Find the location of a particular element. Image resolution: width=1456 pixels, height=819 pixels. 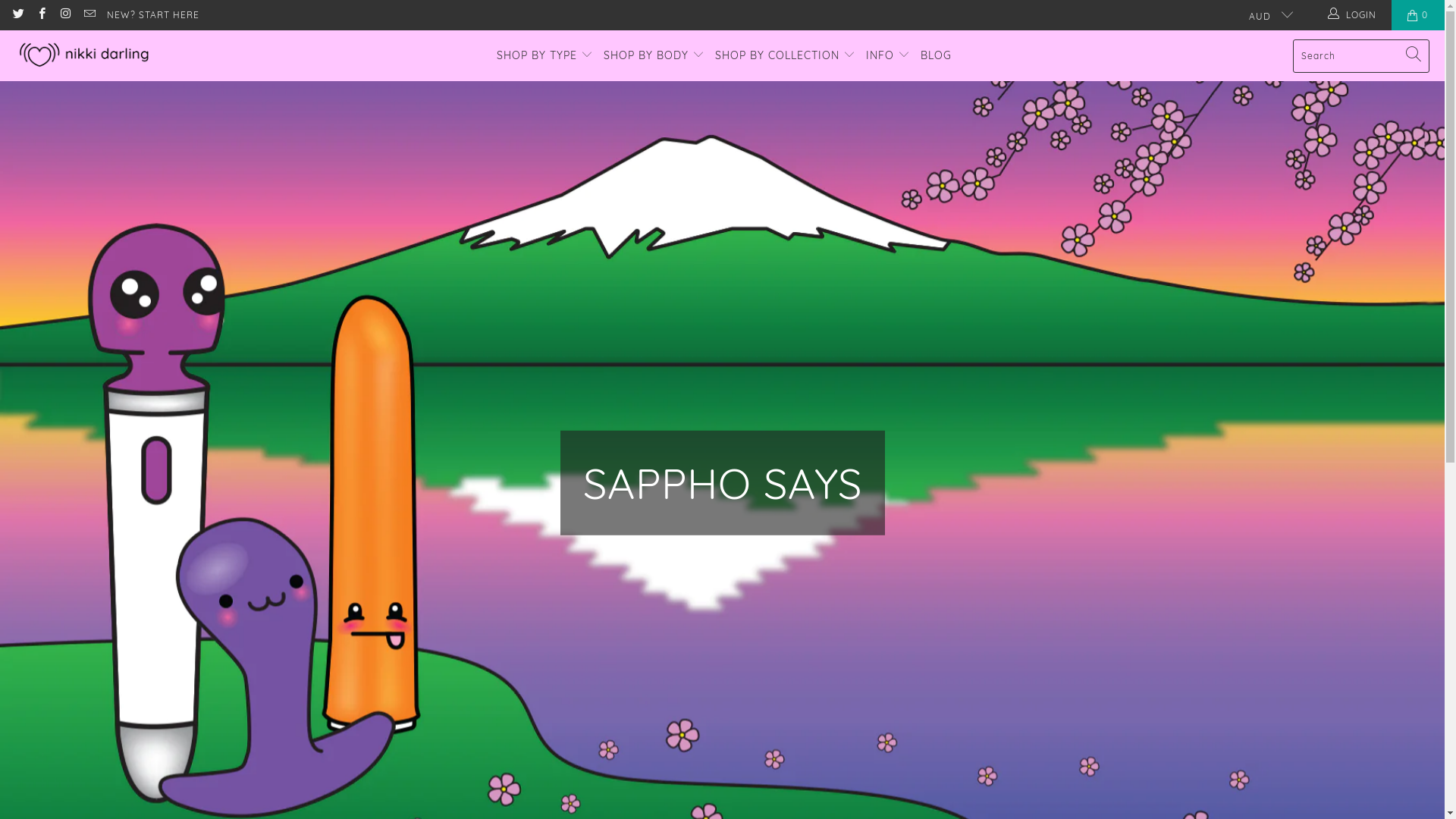

'SHOP BY BODY' is located at coordinates (654, 55).